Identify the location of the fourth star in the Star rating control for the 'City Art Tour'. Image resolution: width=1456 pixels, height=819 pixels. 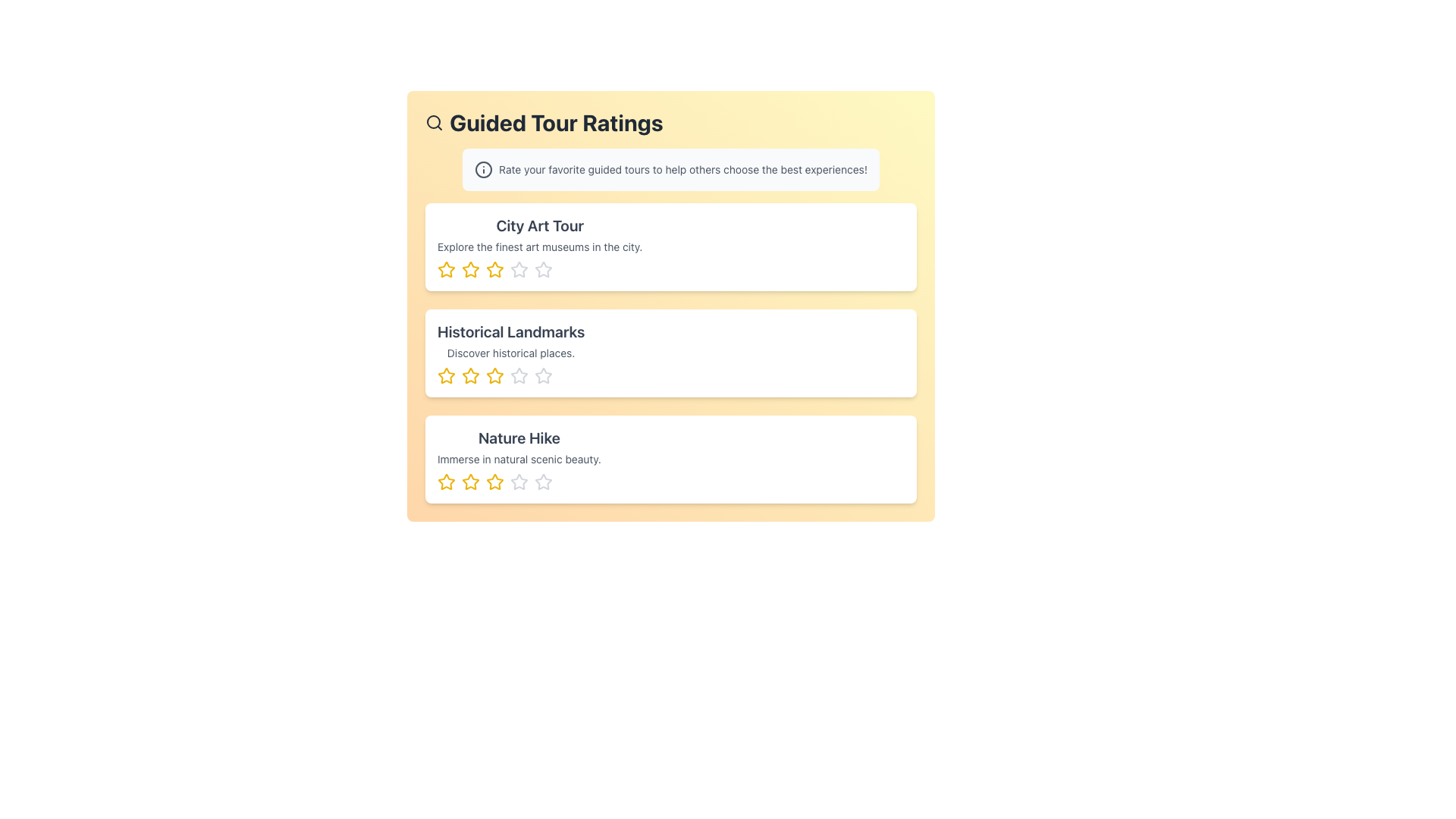
(543, 268).